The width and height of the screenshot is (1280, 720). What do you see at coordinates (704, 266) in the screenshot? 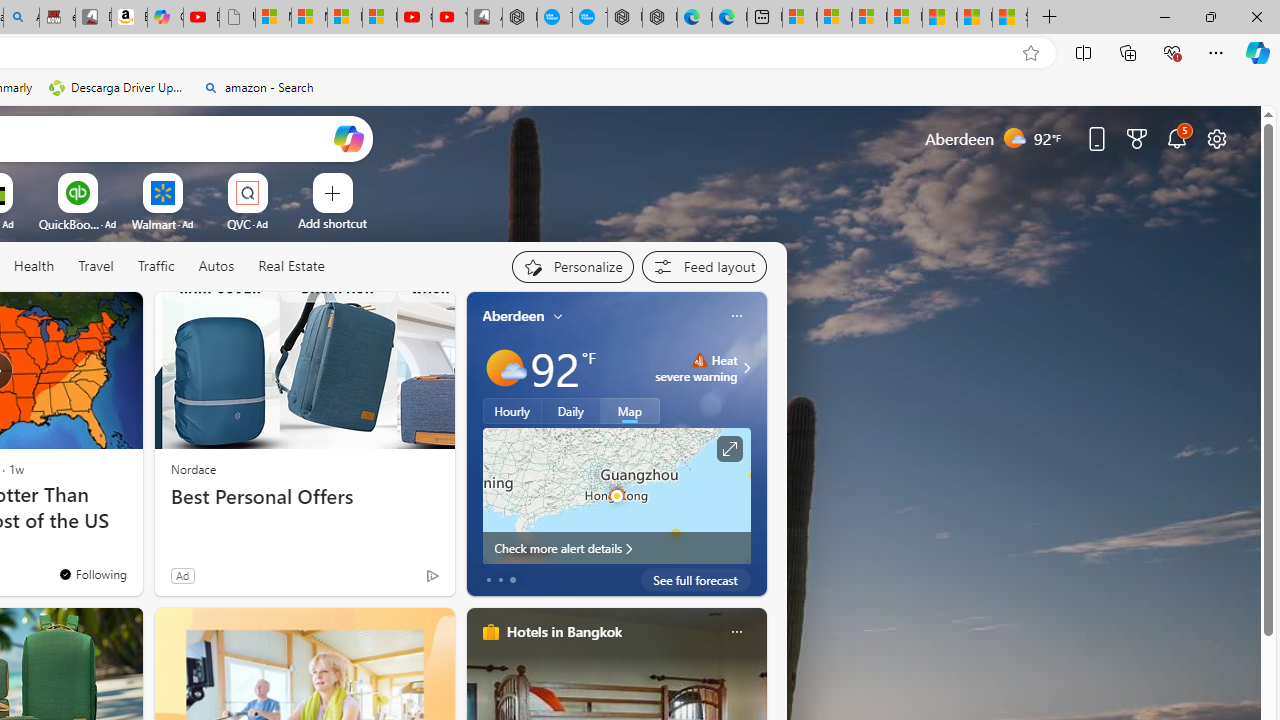
I see `'Feed settings'` at bounding box center [704, 266].